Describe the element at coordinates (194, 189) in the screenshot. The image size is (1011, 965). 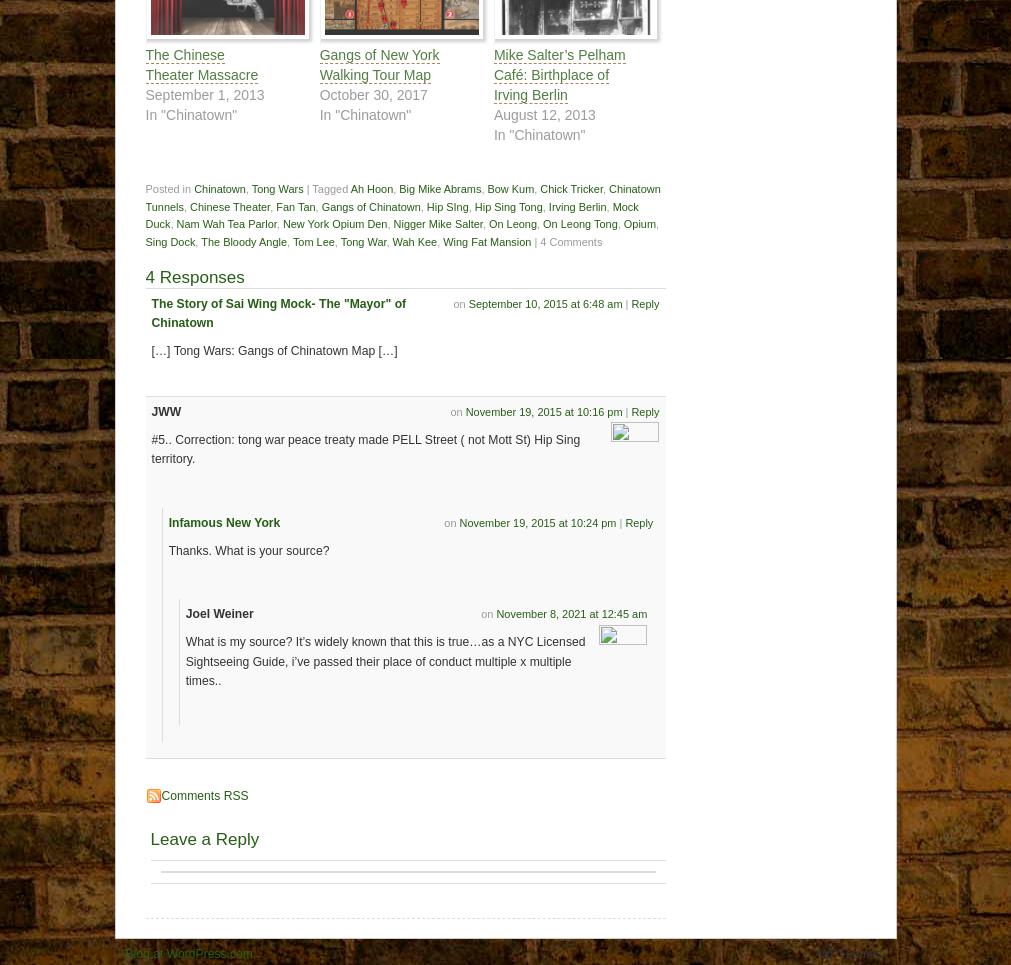
I see `'Chinatown'` at that location.